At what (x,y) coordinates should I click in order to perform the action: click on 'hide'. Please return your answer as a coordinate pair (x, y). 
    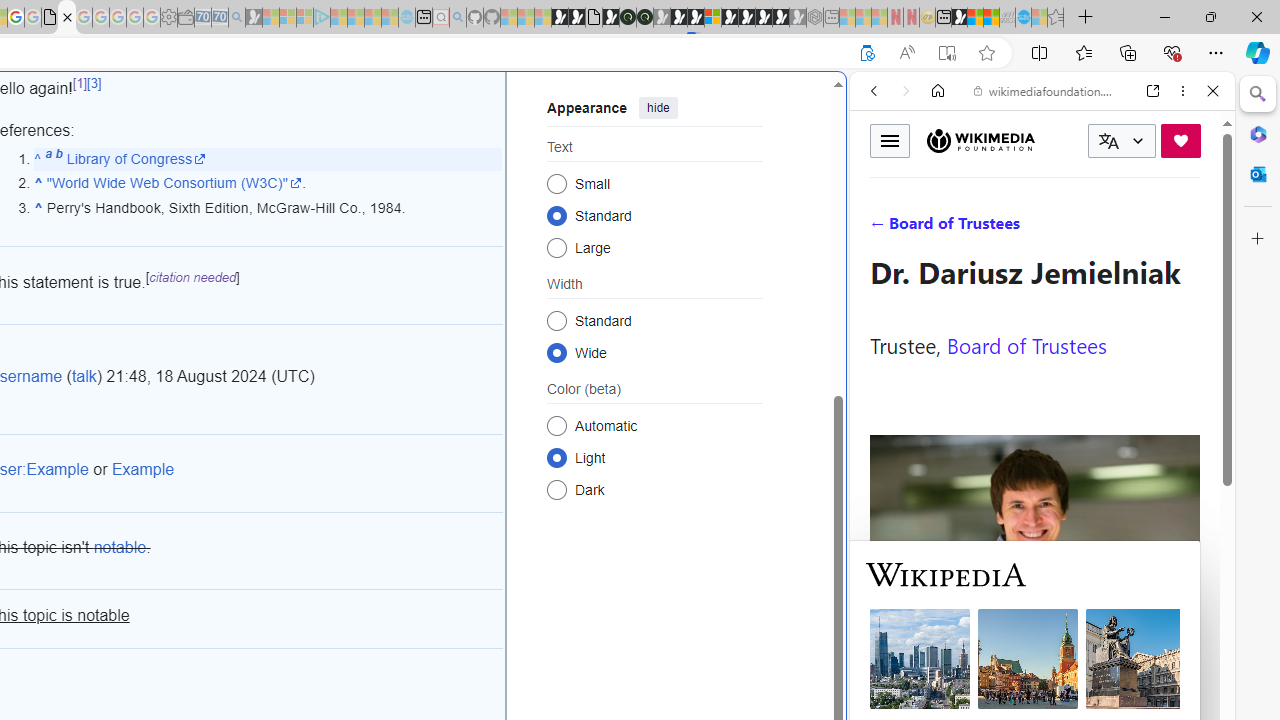
    Looking at the image, I should click on (658, 108).